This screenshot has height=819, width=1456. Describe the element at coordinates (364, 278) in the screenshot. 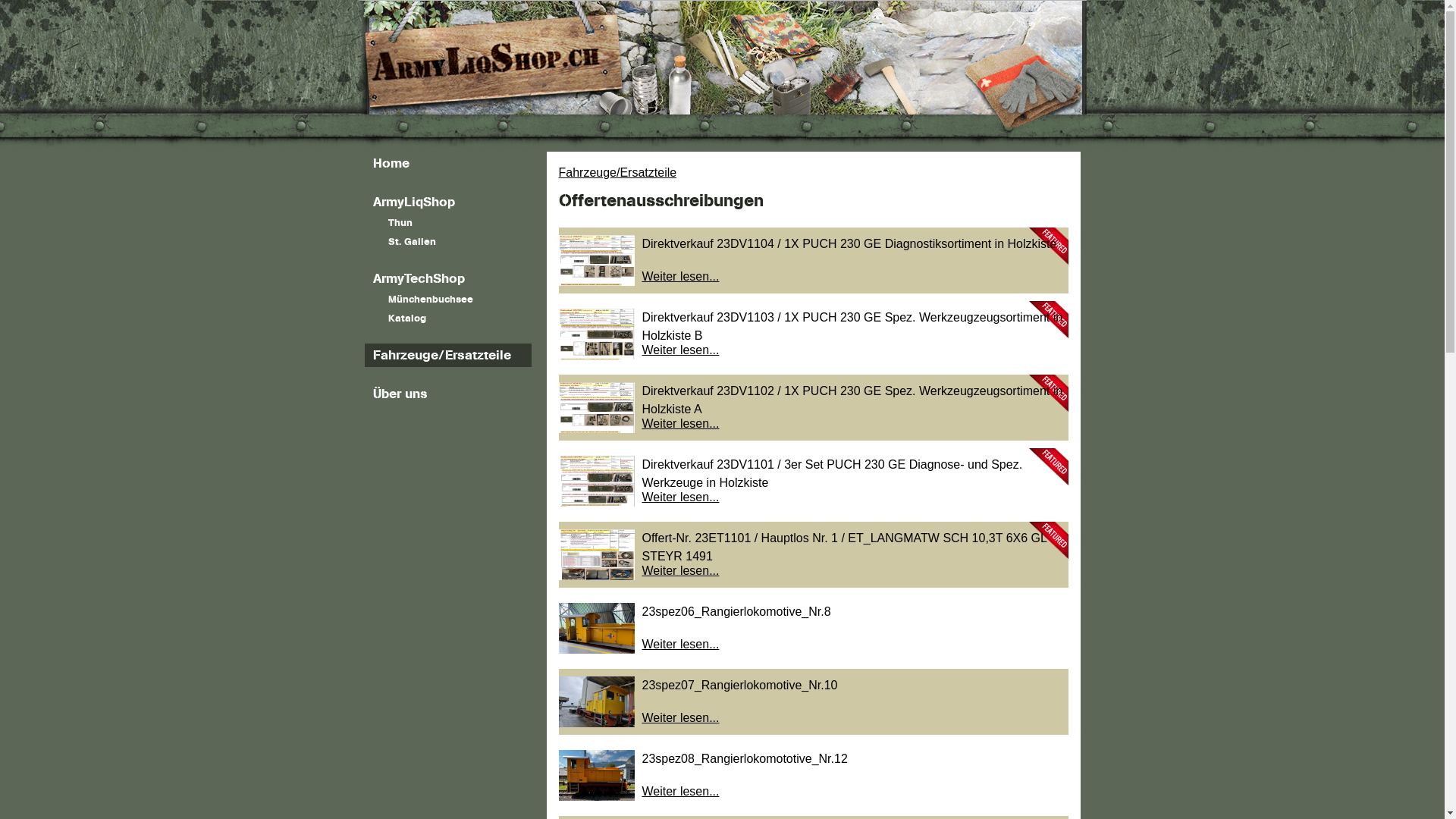

I see `'ArmyTechShop'` at that location.